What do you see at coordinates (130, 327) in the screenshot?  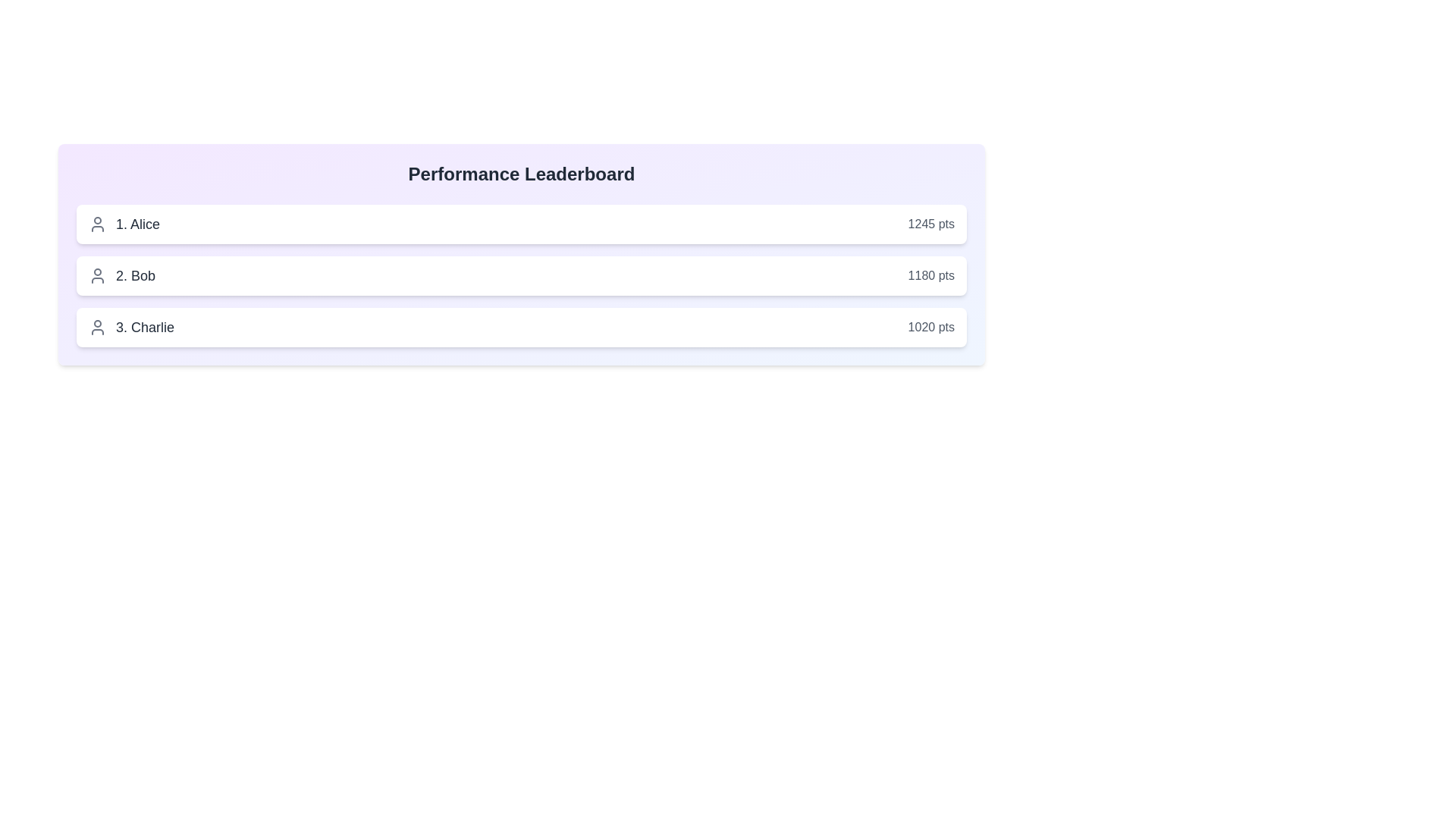 I see `the user's name Charlie` at bounding box center [130, 327].